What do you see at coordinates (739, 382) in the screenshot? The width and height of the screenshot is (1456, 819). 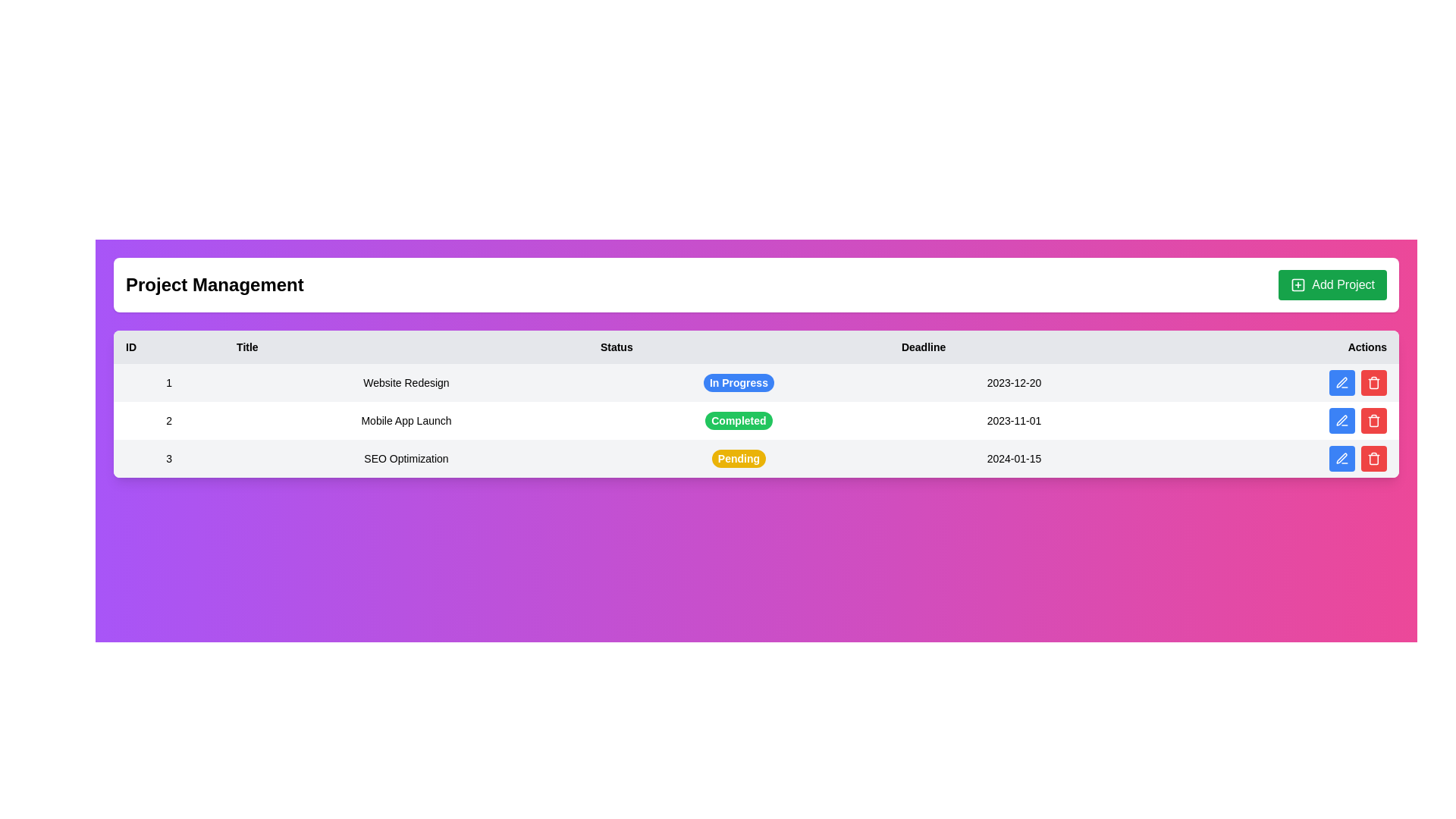 I see `the 'In Progress' status label, which is a blue rounded rectangle displaying the text in white, located in the third column of the first row under the 'Status' header for the 'Website Redesign' project` at bounding box center [739, 382].